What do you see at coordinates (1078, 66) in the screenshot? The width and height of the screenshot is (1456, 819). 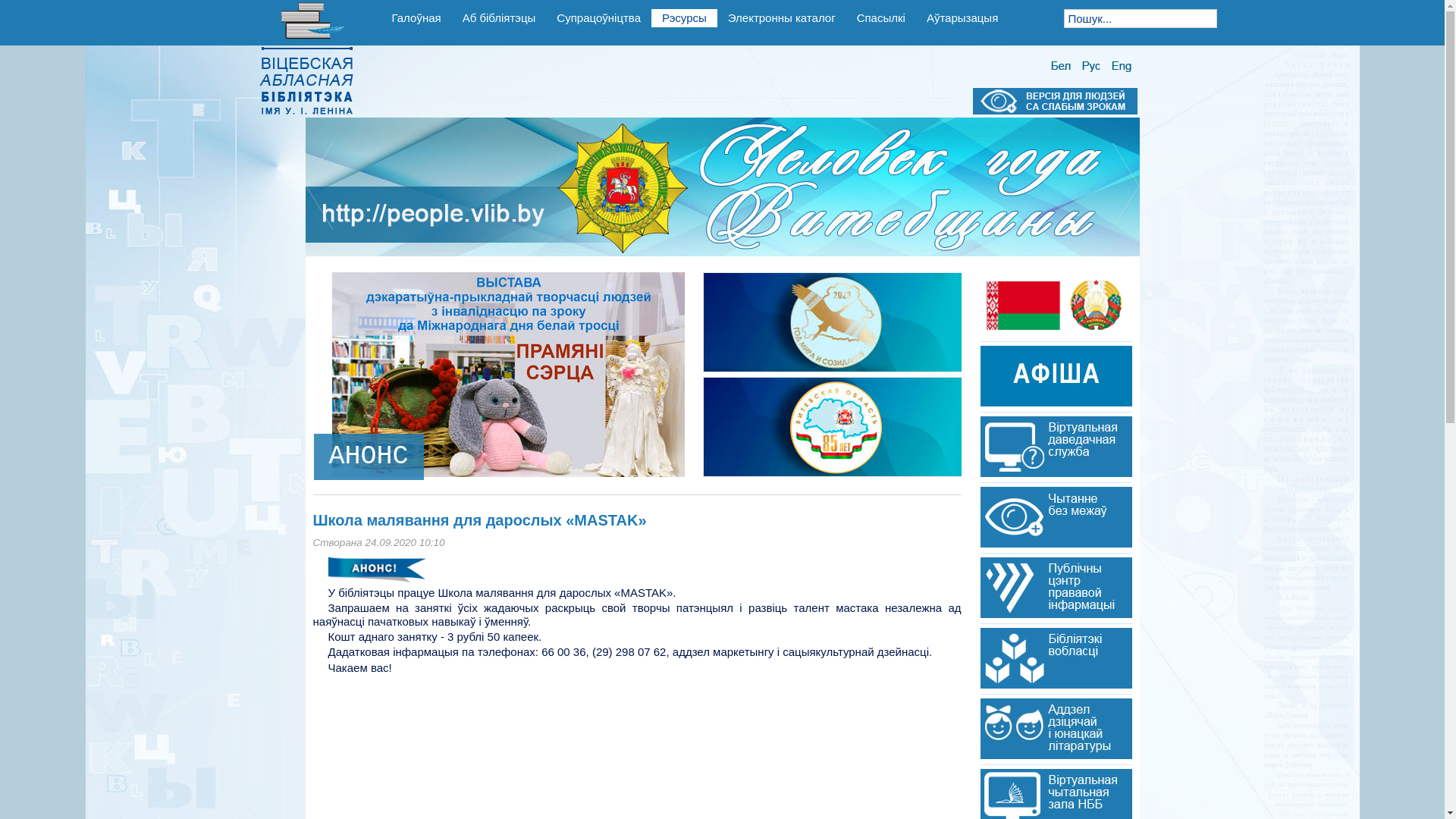 I see `'Russian(RU)'` at bounding box center [1078, 66].